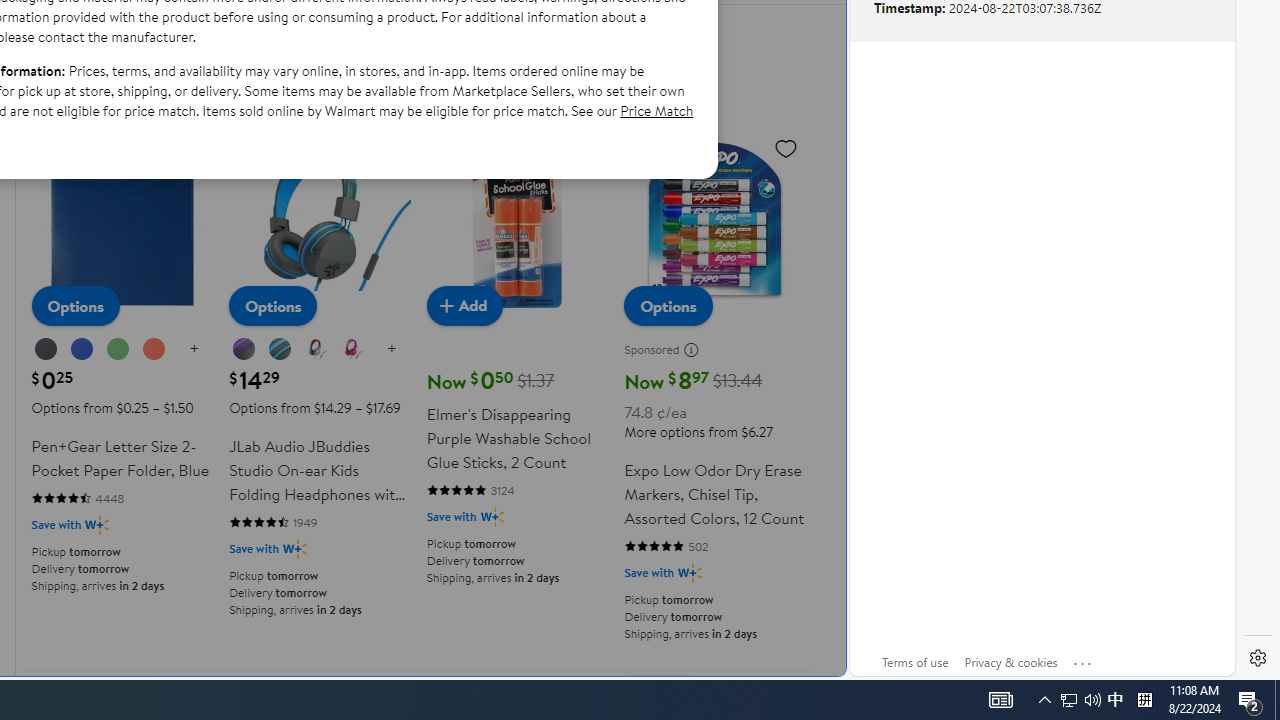  What do you see at coordinates (1011, 662) in the screenshot?
I see `'Privacy & cookies'` at bounding box center [1011, 662].